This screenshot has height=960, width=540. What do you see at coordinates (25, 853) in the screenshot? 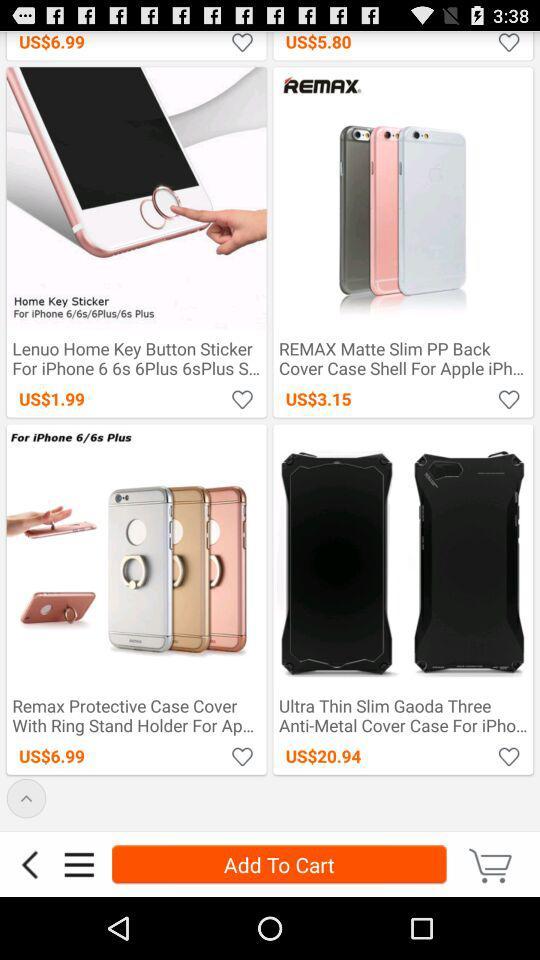
I see `the expand_less icon` at bounding box center [25, 853].